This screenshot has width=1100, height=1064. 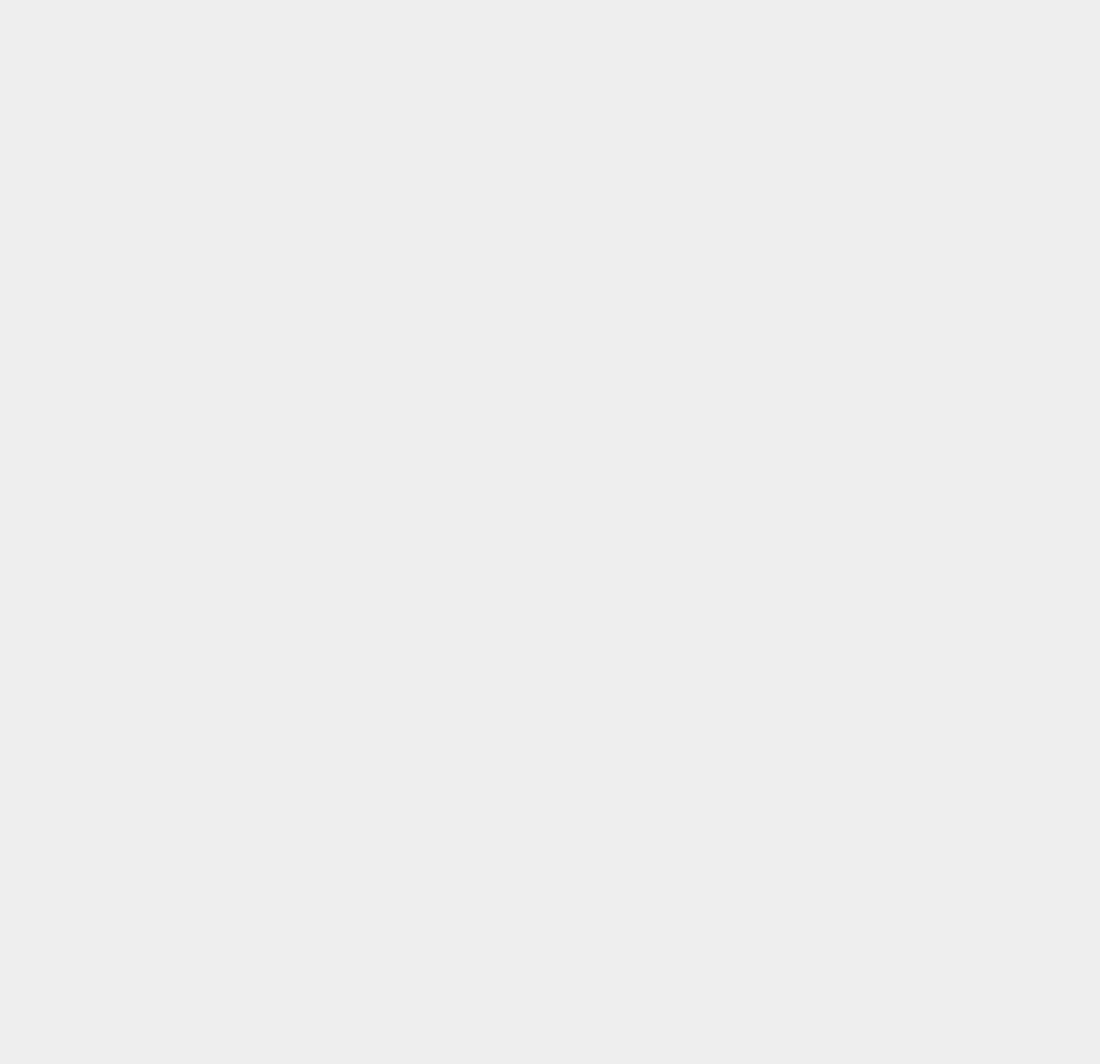 What do you see at coordinates (805, 307) in the screenshot?
I see `'iOS 6.1.3'` at bounding box center [805, 307].